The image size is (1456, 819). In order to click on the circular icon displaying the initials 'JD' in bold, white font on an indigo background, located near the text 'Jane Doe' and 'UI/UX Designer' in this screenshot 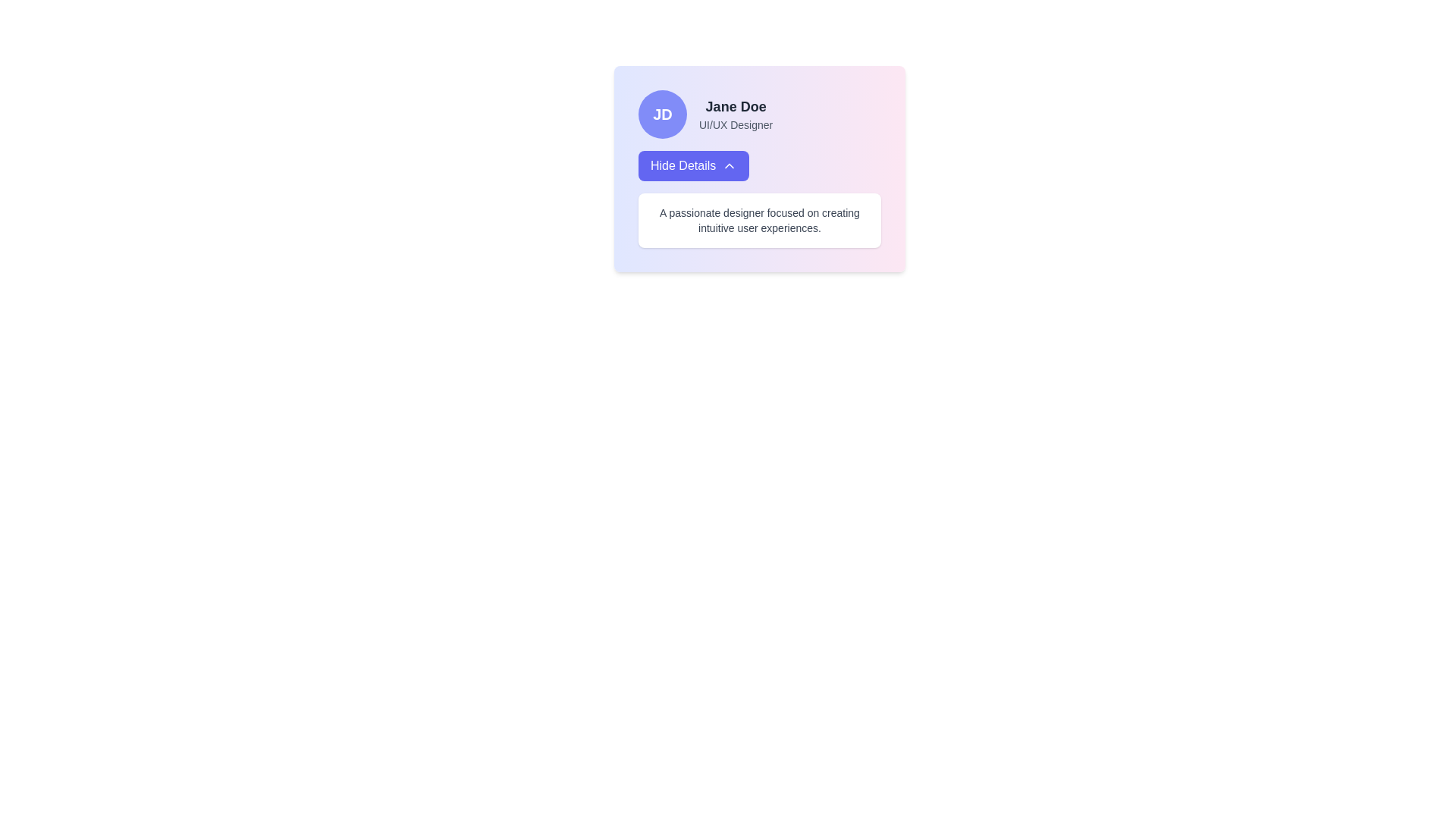, I will do `click(662, 113)`.